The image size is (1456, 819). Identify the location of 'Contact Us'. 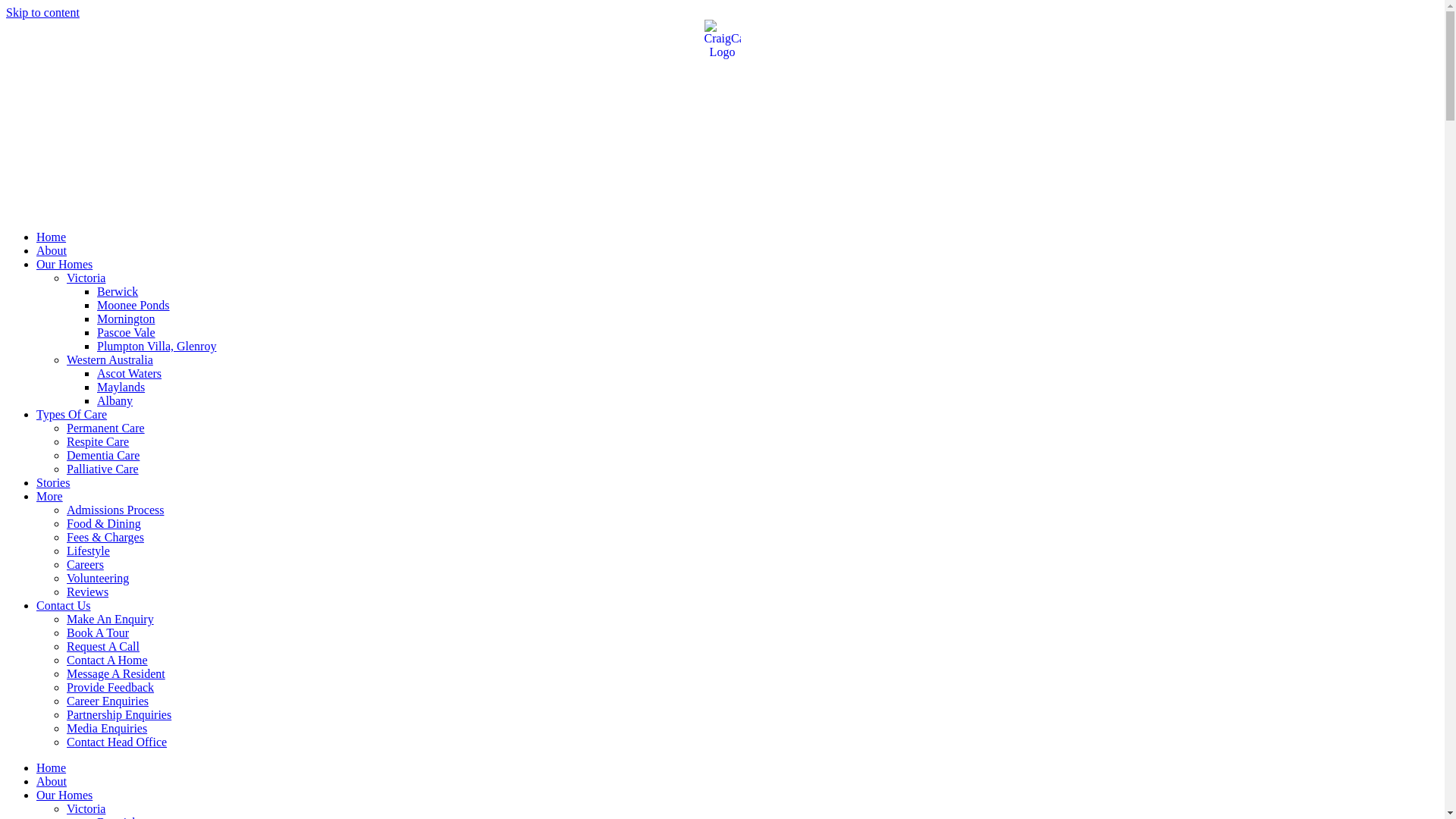
(62, 604).